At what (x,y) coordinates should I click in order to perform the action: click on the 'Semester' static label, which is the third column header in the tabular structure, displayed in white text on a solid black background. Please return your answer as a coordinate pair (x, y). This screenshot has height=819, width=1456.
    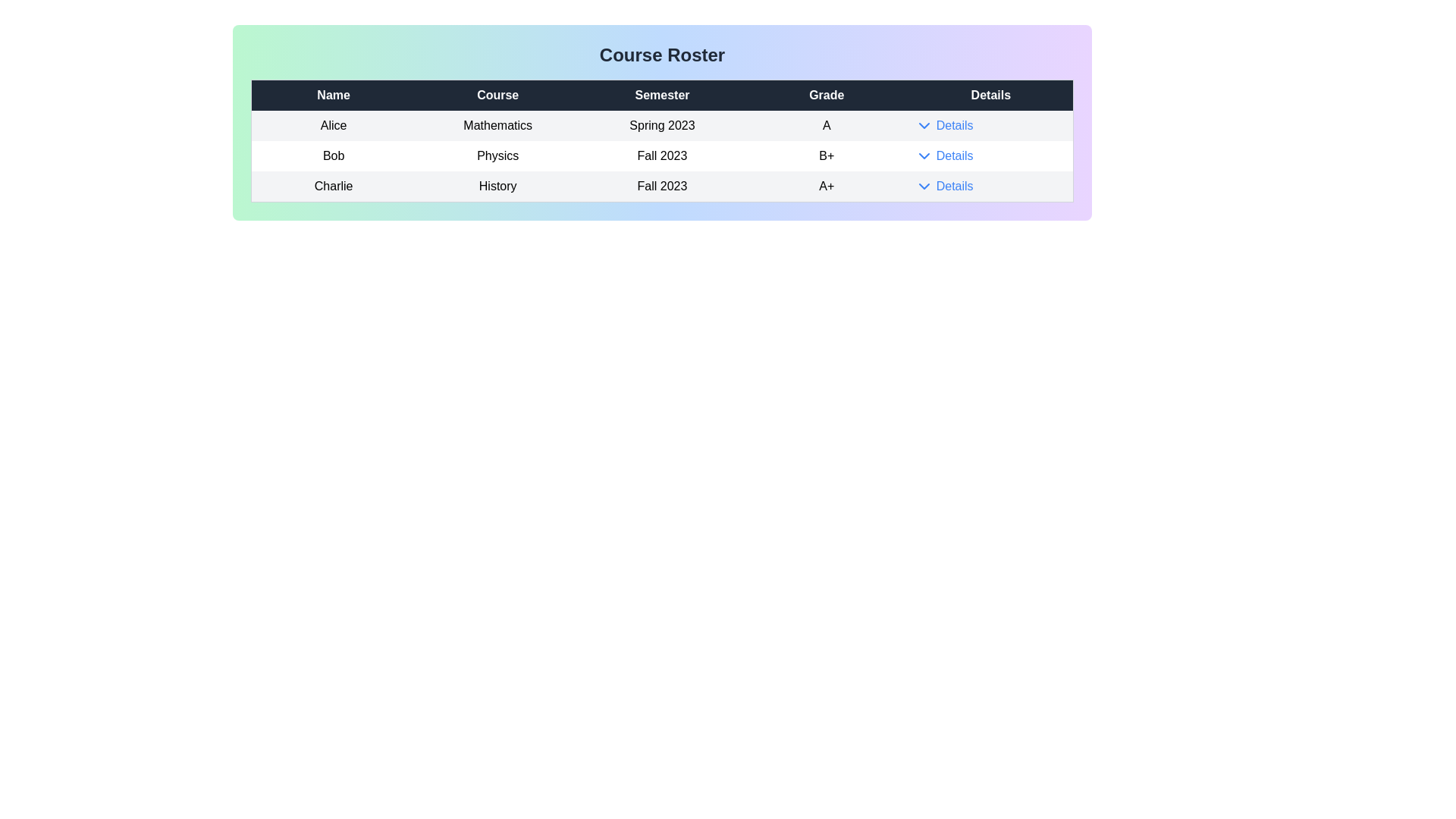
    Looking at the image, I should click on (662, 95).